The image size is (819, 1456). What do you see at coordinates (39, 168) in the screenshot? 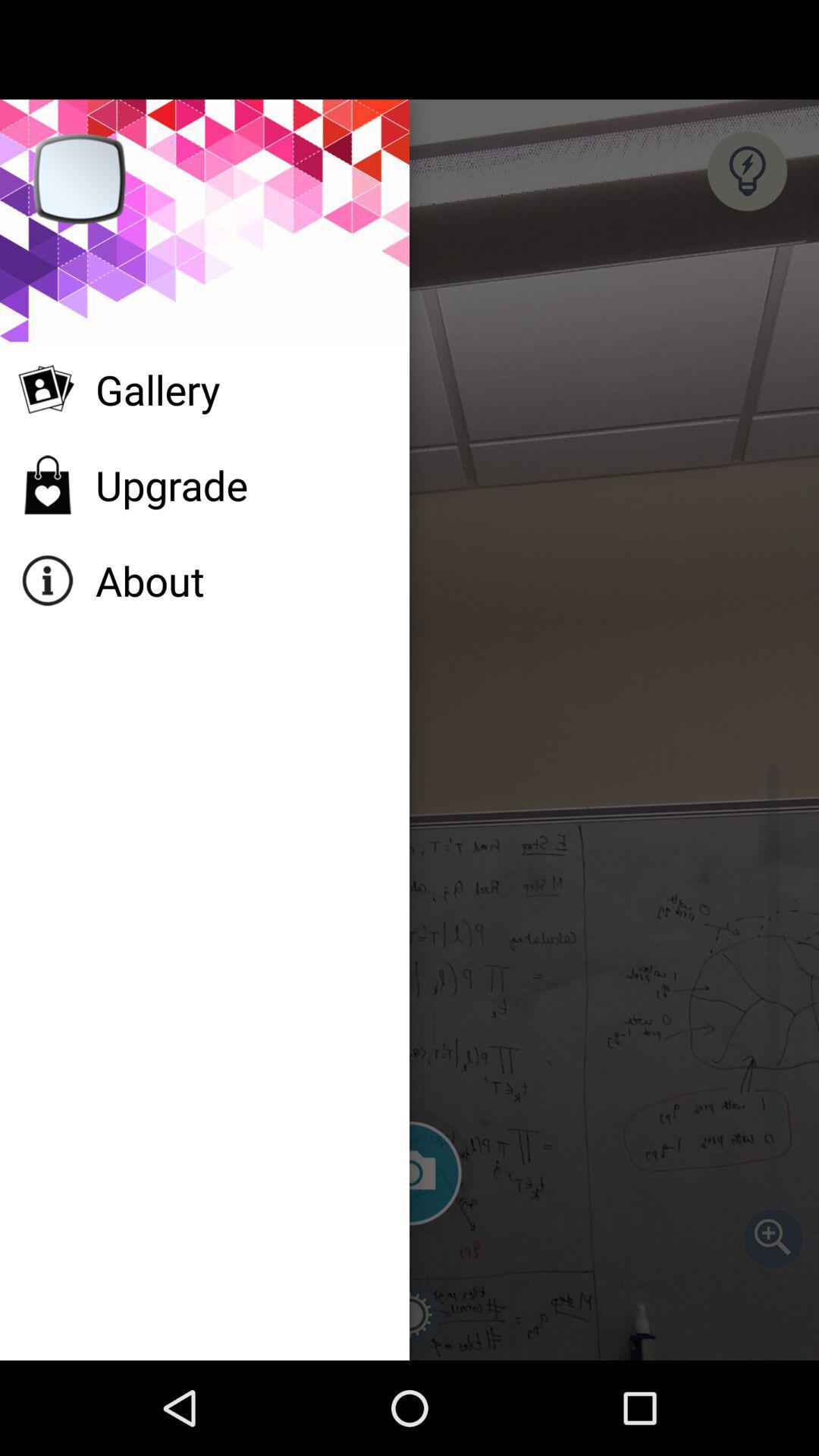
I see `the close icon` at bounding box center [39, 168].